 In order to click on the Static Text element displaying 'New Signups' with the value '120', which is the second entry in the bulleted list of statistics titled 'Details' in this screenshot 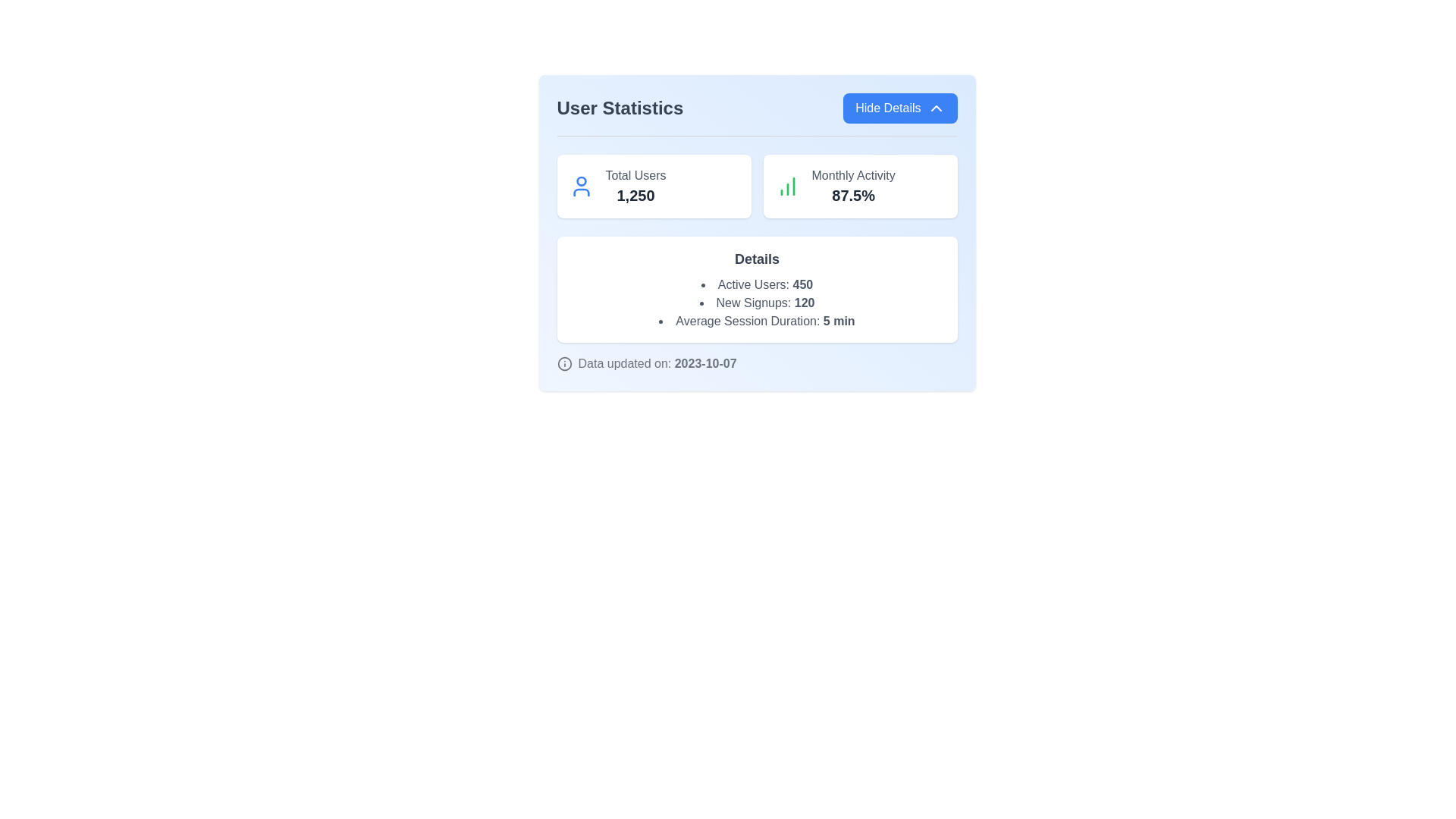, I will do `click(757, 303)`.